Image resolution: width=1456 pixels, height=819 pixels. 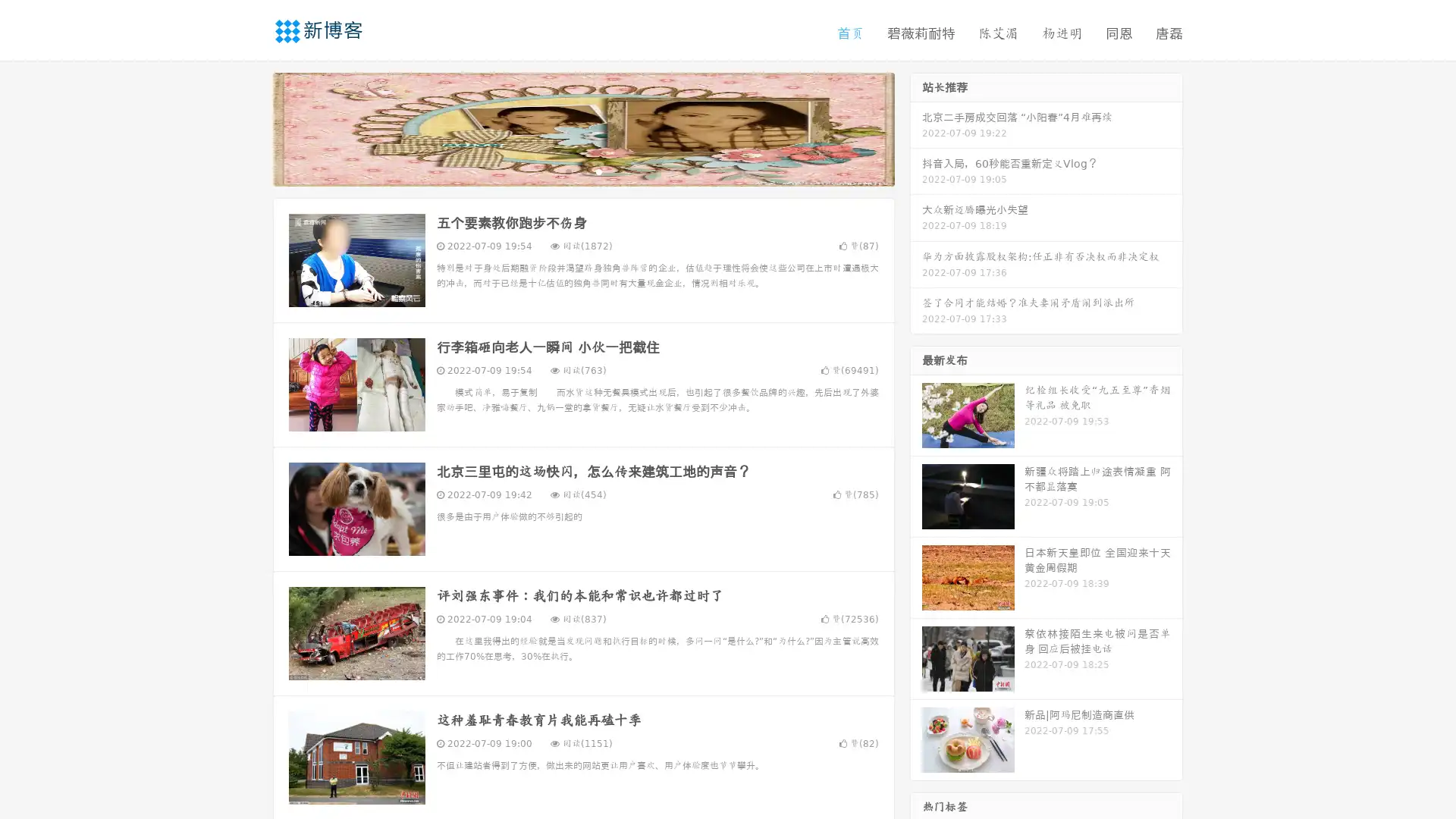 What do you see at coordinates (567, 171) in the screenshot?
I see `Go to slide 1` at bounding box center [567, 171].